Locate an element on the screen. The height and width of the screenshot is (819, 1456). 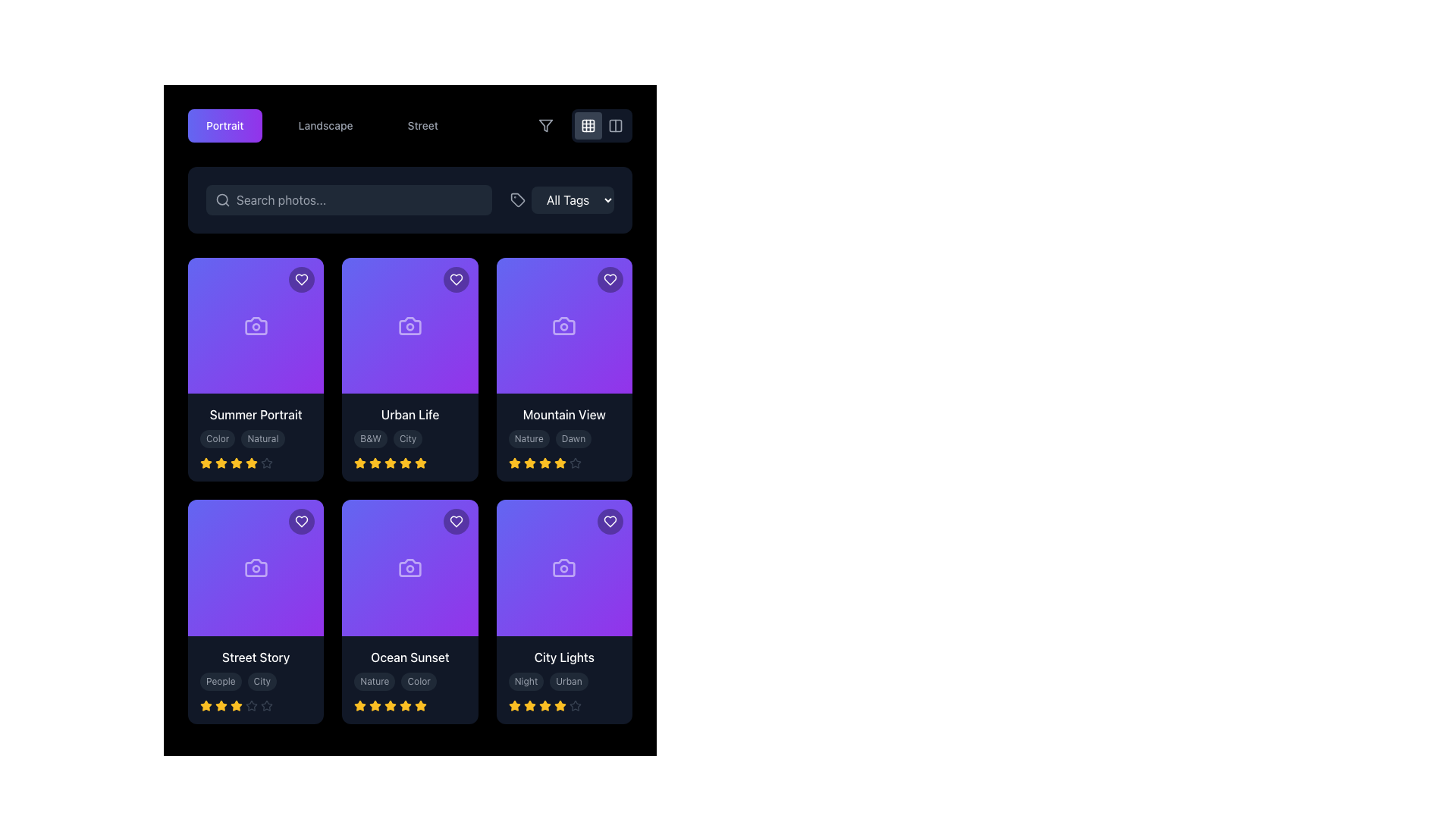
the last golden star icon in the rating section below the title 'City Lights' for an alternative action is located at coordinates (559, 705).